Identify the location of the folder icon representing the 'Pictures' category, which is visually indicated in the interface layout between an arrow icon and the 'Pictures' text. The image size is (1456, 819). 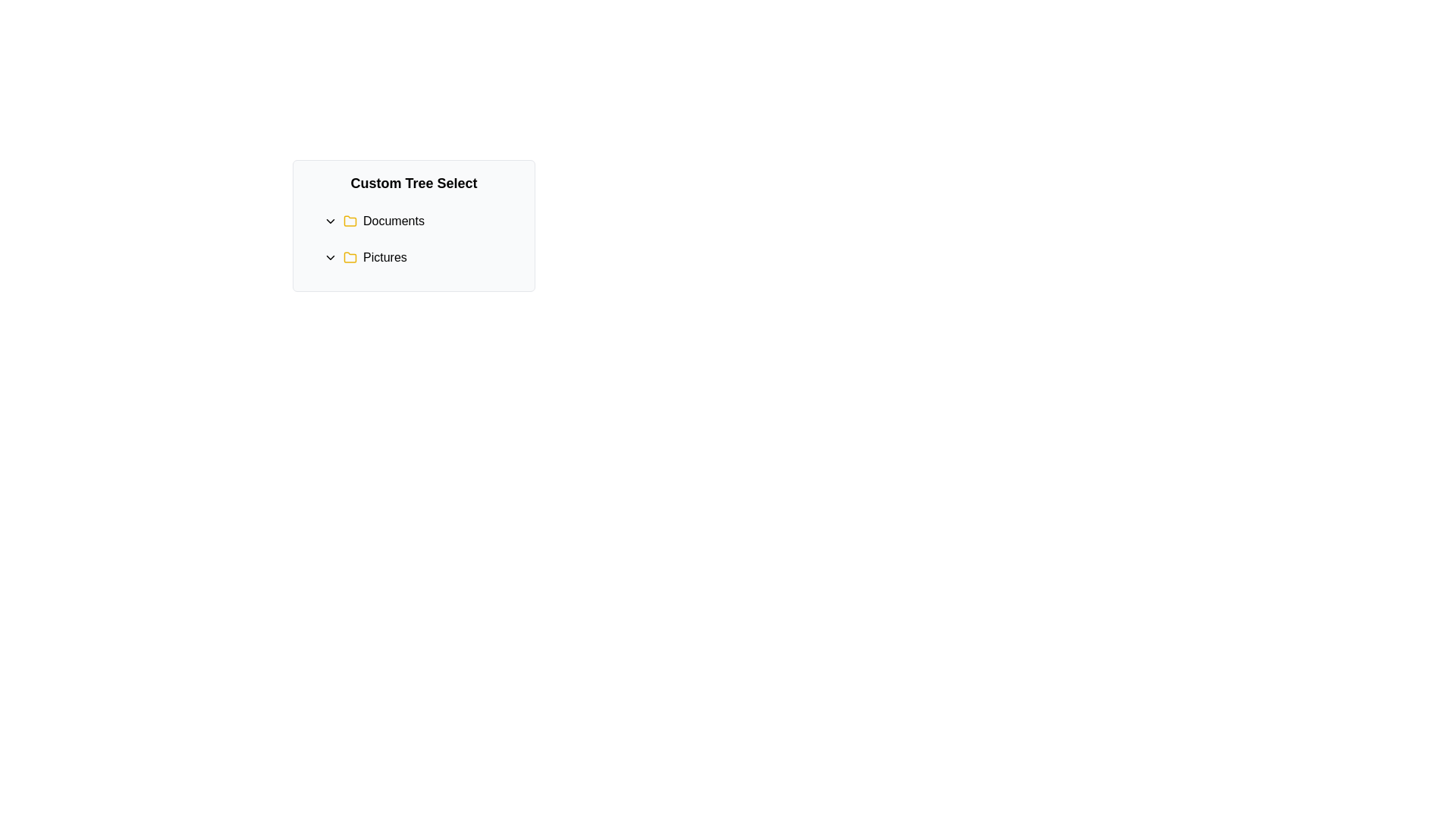
(349, 256).